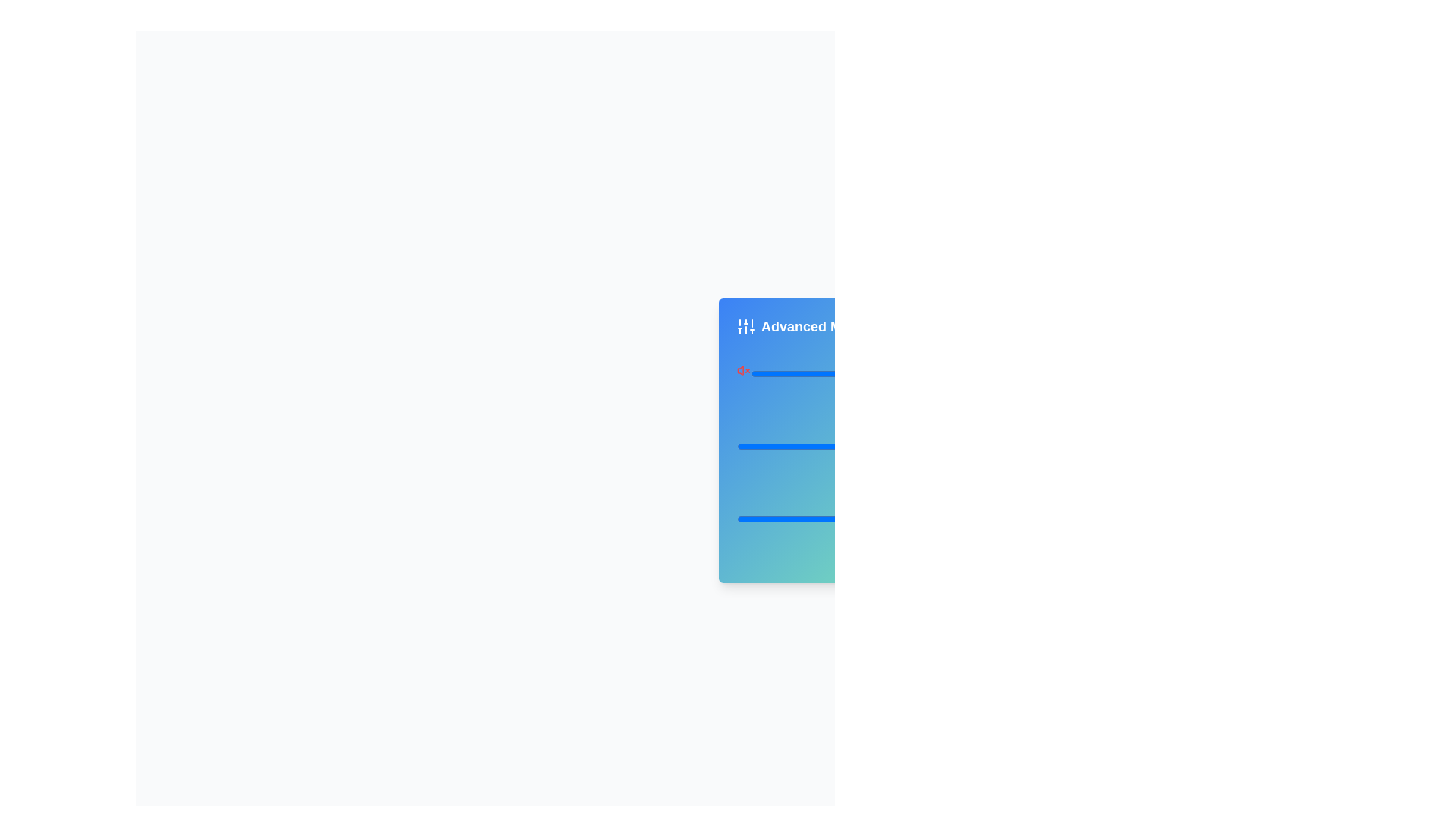  Describe the element at coordinates (820, 446) in the screenshot. I see `the slider value` at that location.